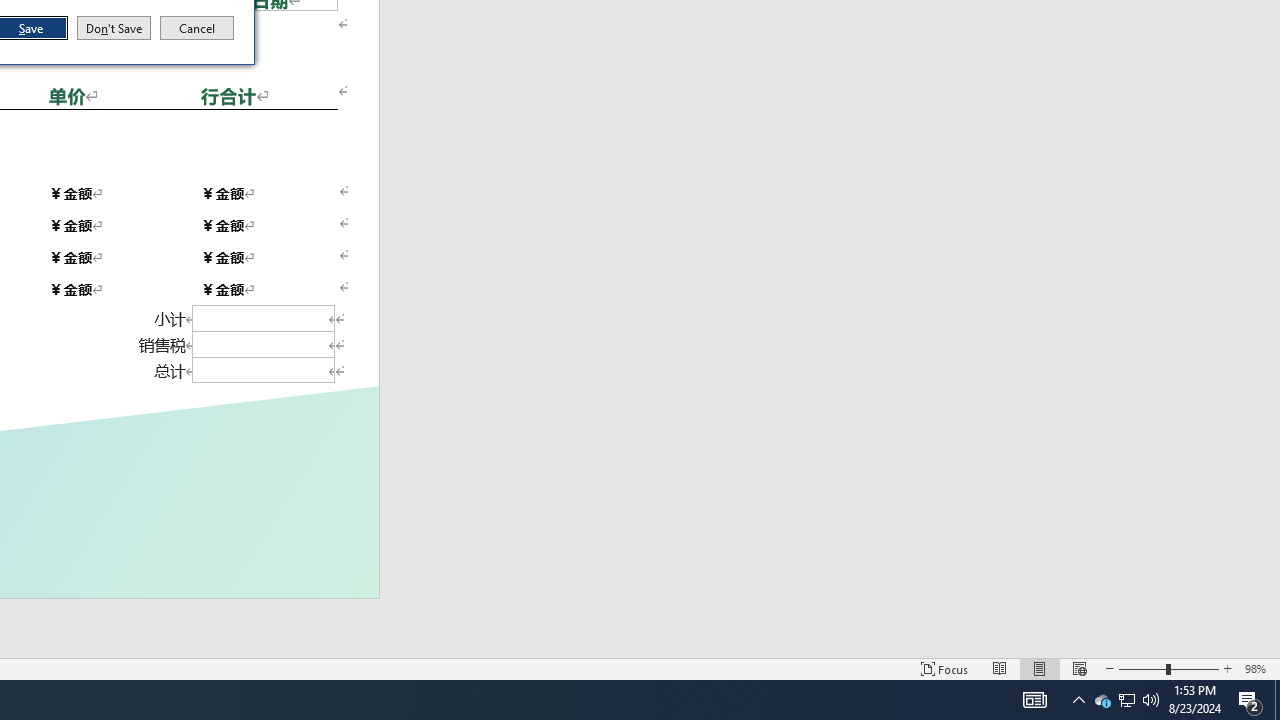 The width and height of the screenshot is (1280, 720). I want to click on 'Don', so click(112, 28).